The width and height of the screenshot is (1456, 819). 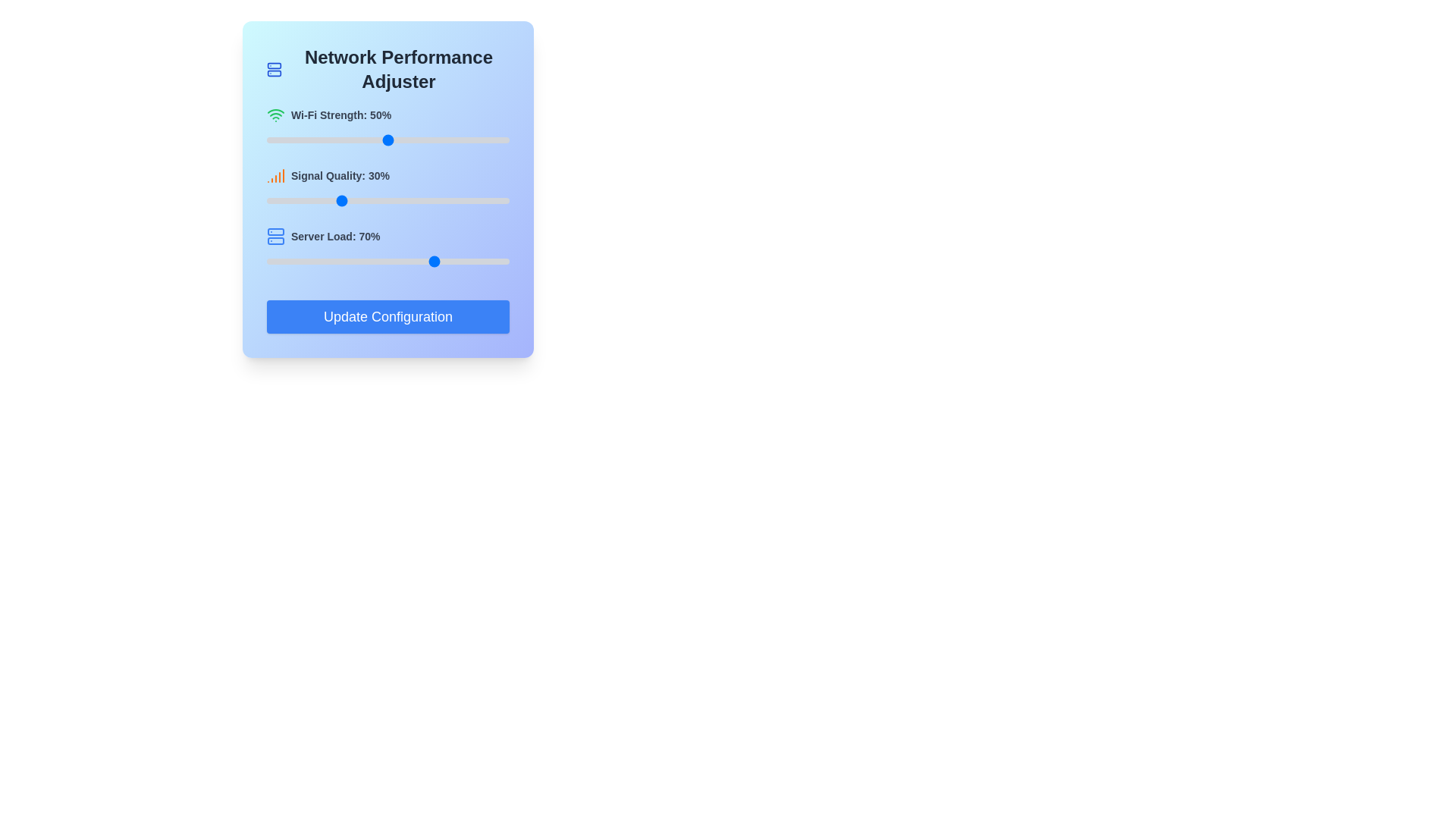 What do you see at coordinates (305, 260) in the screenshot?
I see `the Server Load slider` at bounding box center [305, 260].